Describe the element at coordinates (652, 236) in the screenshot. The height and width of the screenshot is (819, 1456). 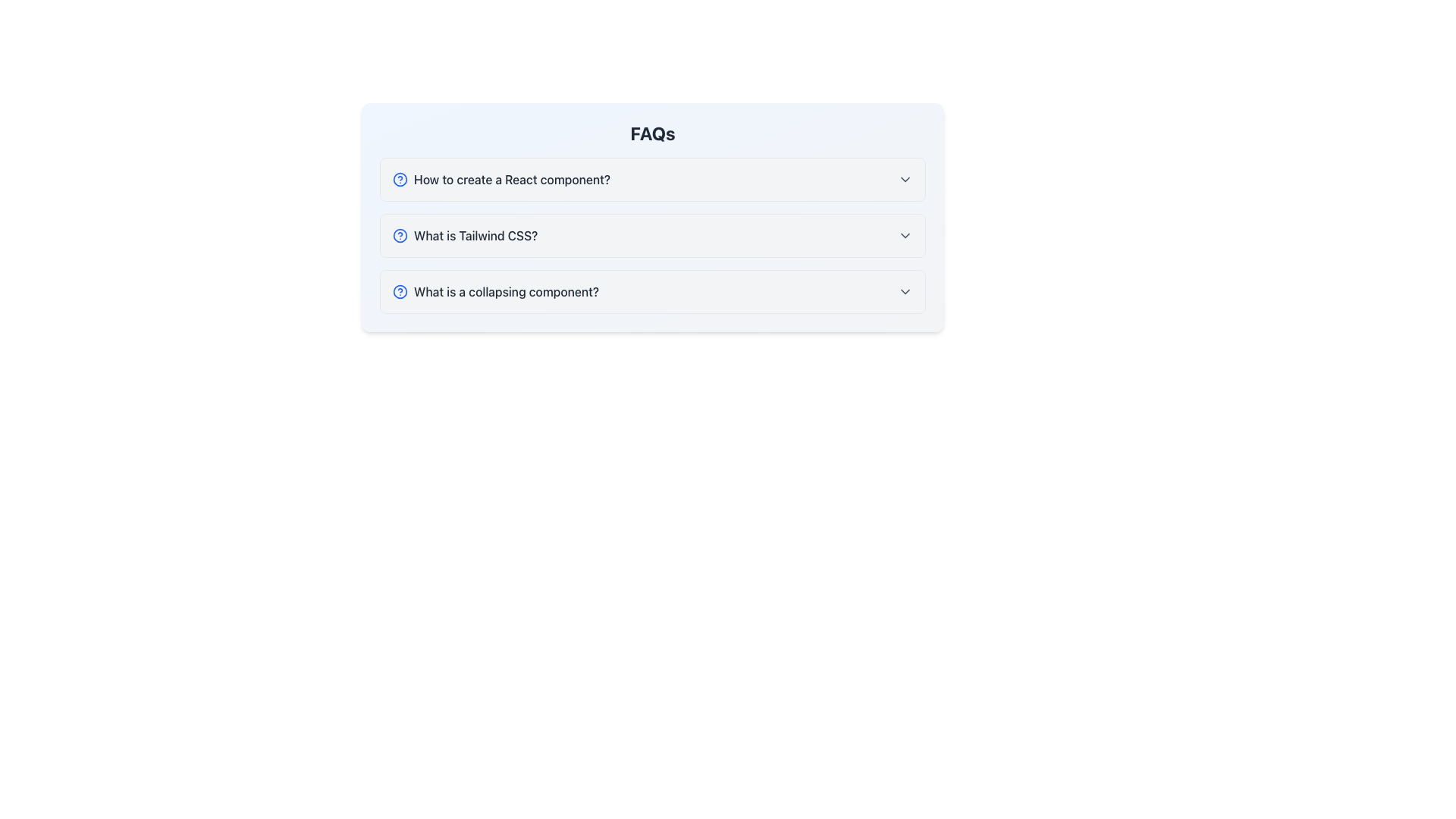
I see `the second FAQ item button in the FAQ list` at that location.